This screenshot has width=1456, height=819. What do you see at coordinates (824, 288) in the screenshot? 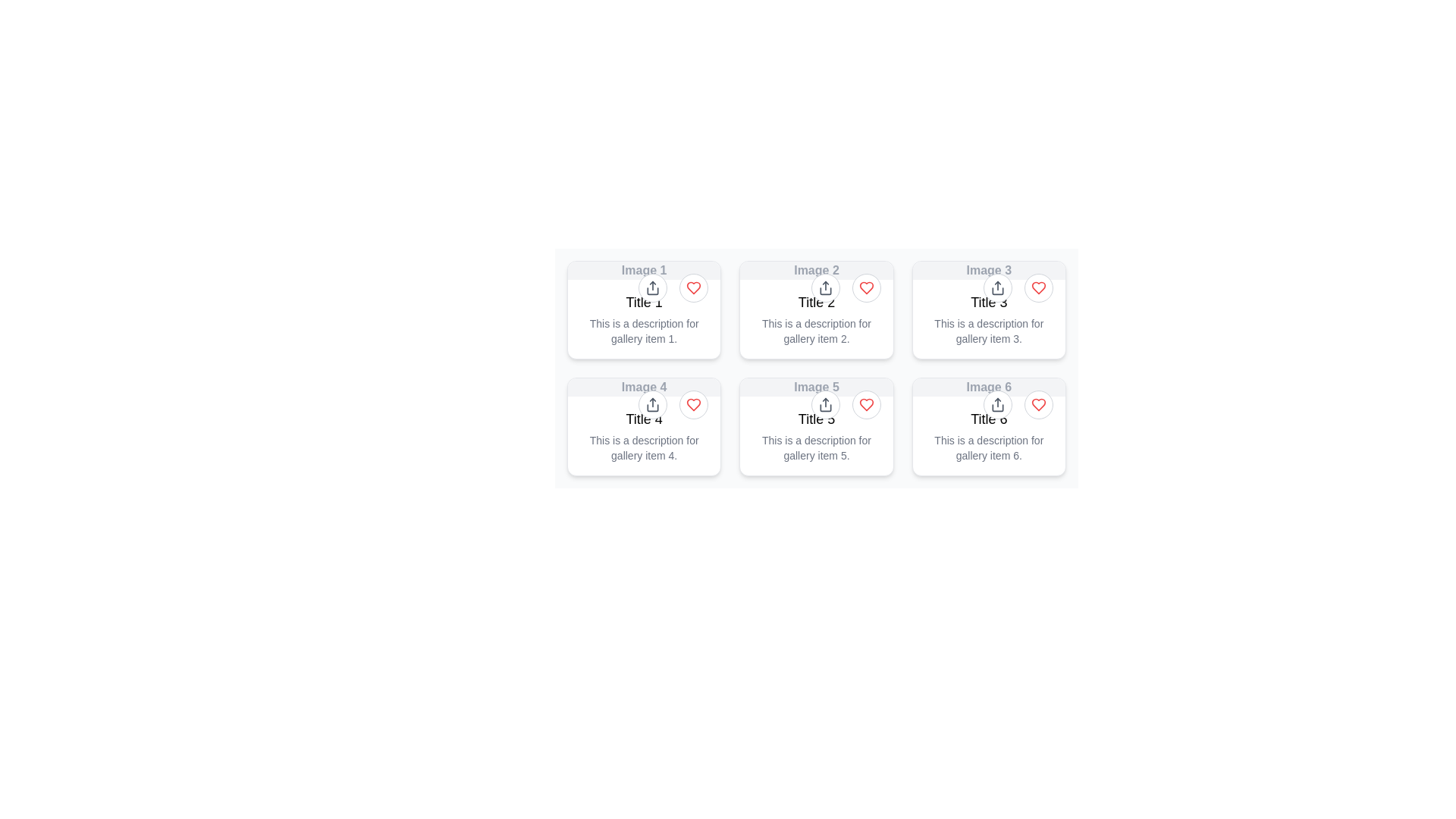
I see `the small circular button with a white background and a gray border, featuring an upward-pointing arrow icon, located in the upper-right section of the card labeled 'Image 2'` at bounding box center [824, 288].